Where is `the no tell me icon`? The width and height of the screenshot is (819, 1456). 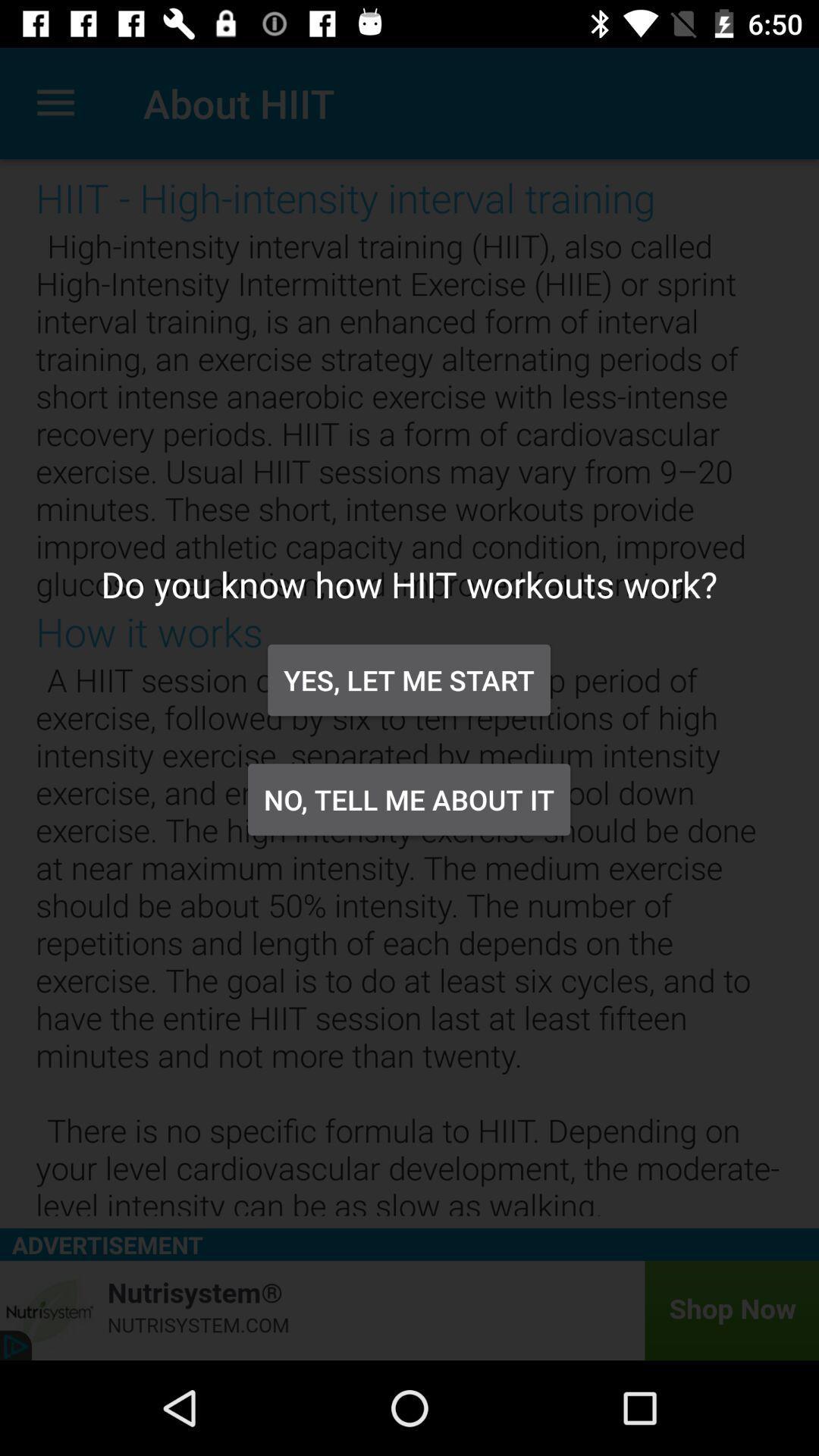
the no tell me icon is located at coordinates (408, 799).